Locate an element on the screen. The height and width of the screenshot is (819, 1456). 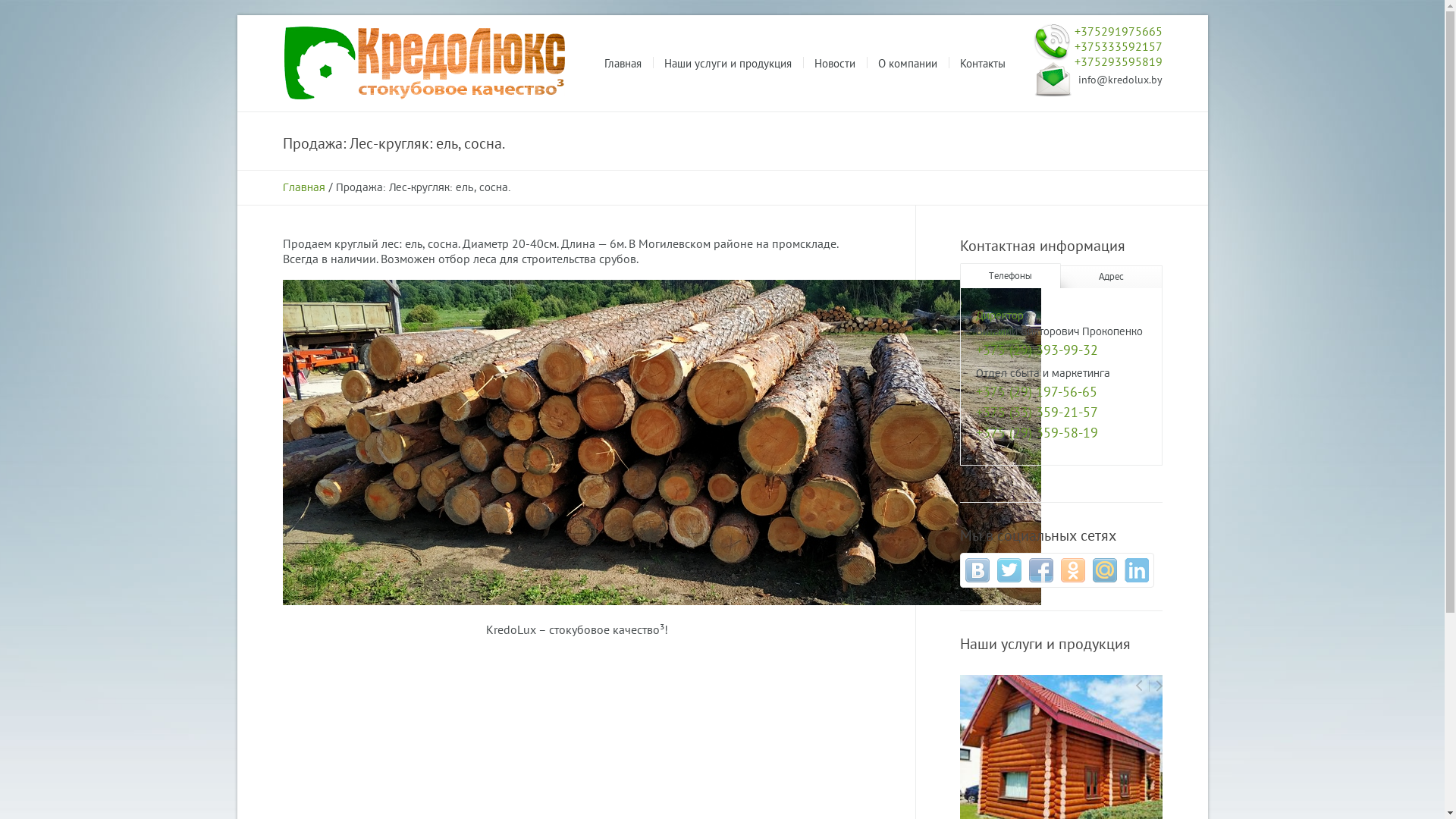
'+375293595819' is located at coordinates (1117, 61).